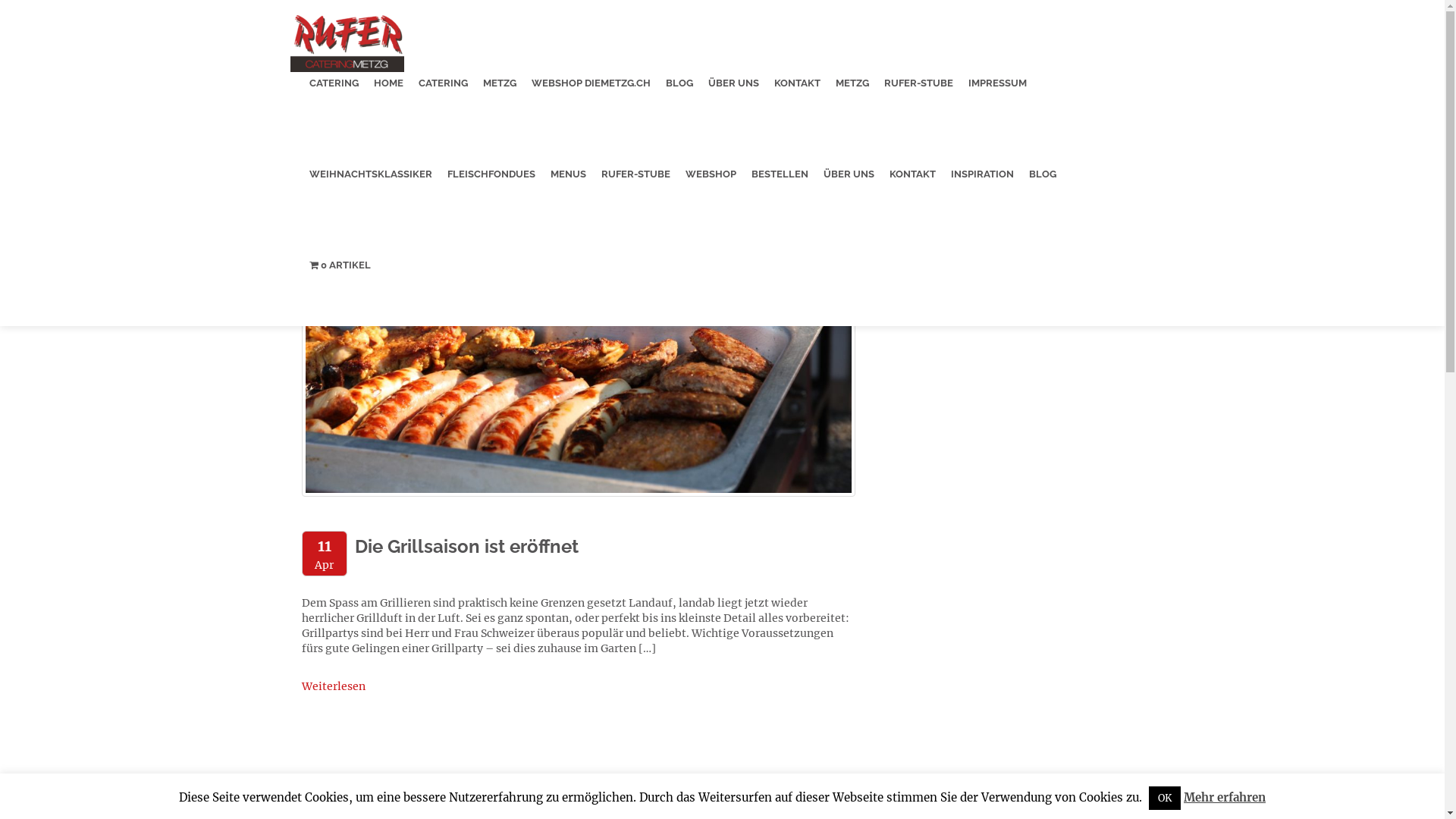  Describe the element at coordinates (388, 83) in the screenshot. I see `'HOME'` at that location.